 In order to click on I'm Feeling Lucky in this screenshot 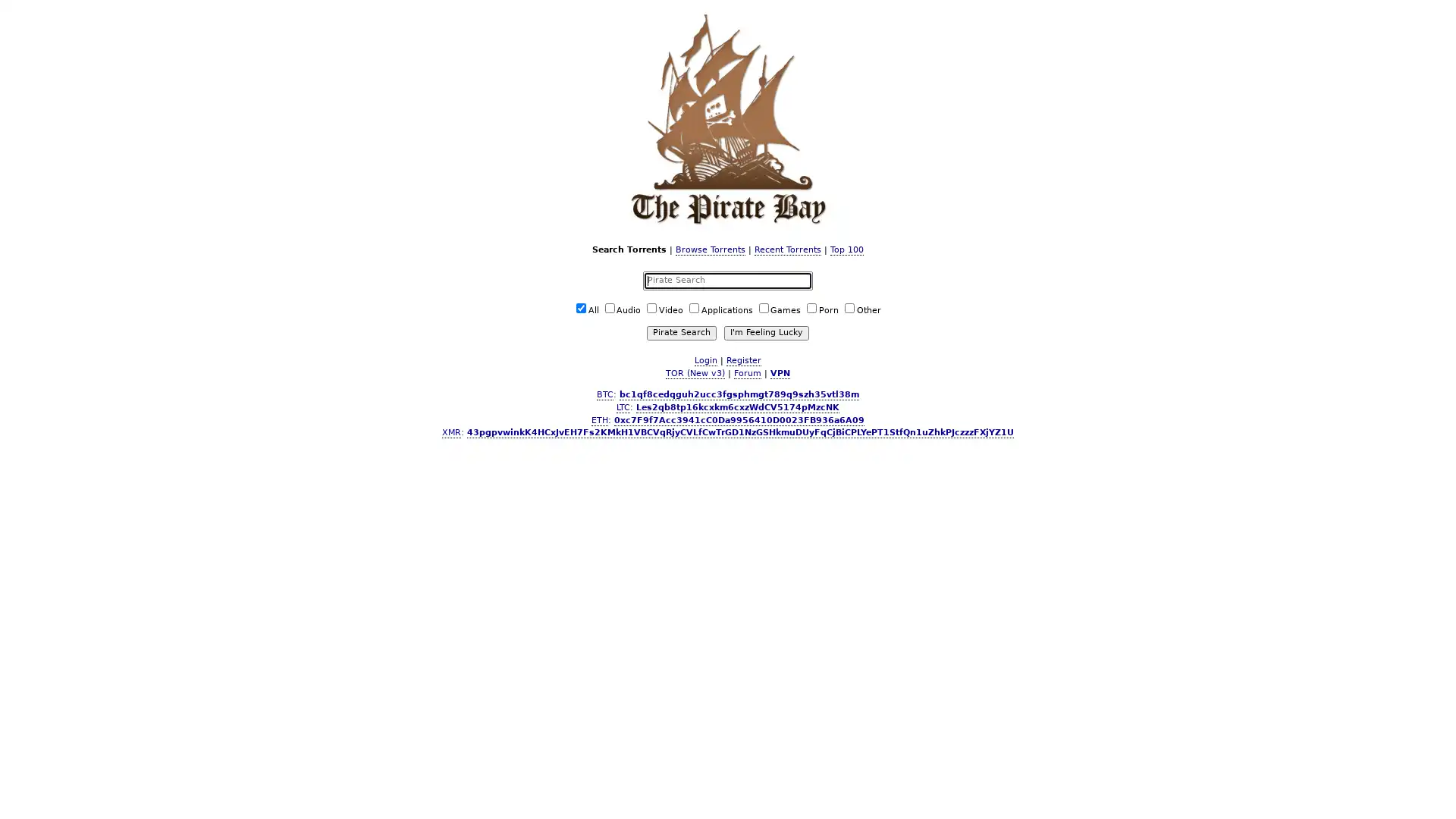, I will do `click(765, 331)`.